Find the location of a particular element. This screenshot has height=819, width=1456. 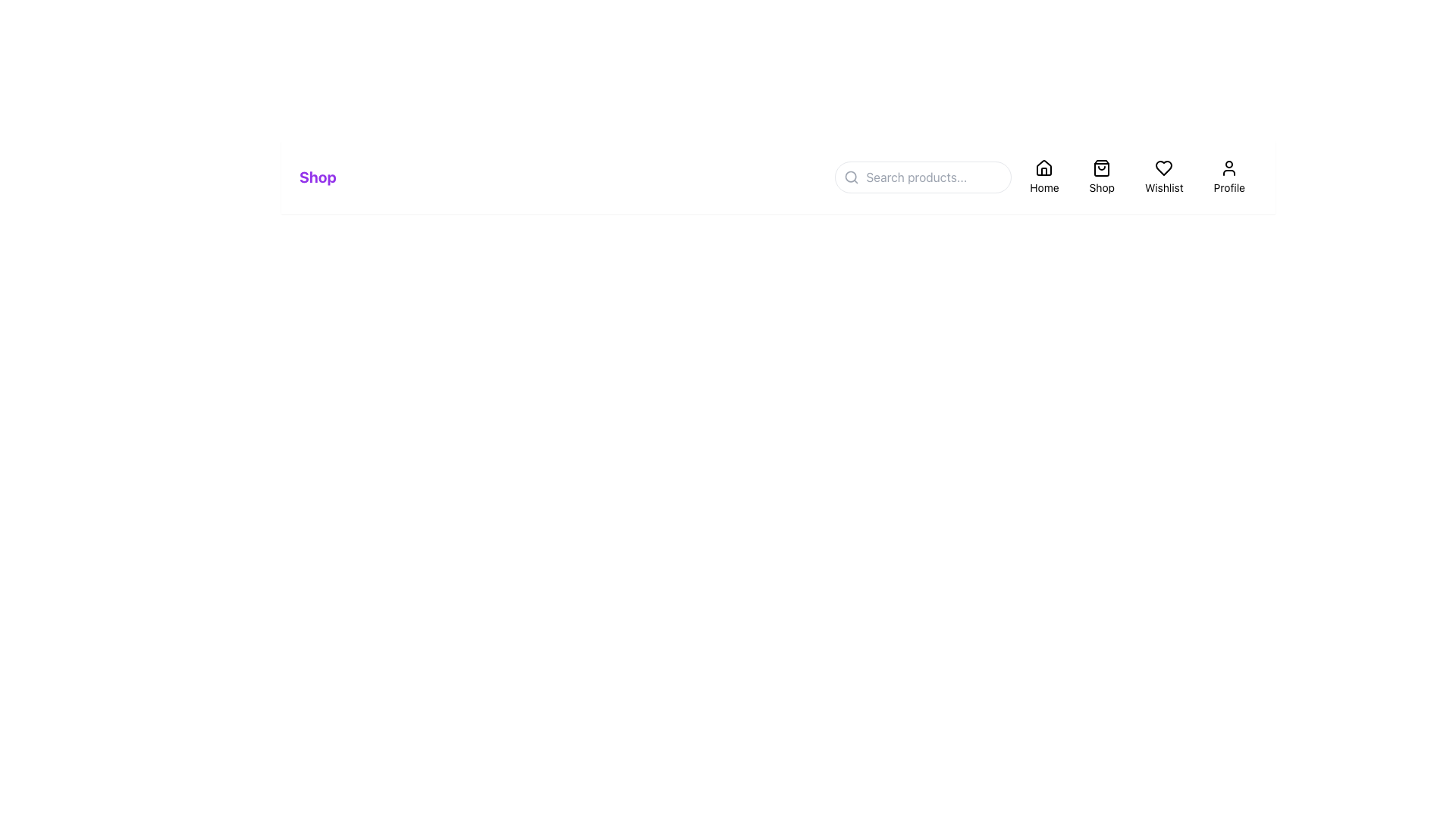

the navigation button for the shopping section, which is the second item in the horizontal navigation bar is located at coordinates (1102, 177).